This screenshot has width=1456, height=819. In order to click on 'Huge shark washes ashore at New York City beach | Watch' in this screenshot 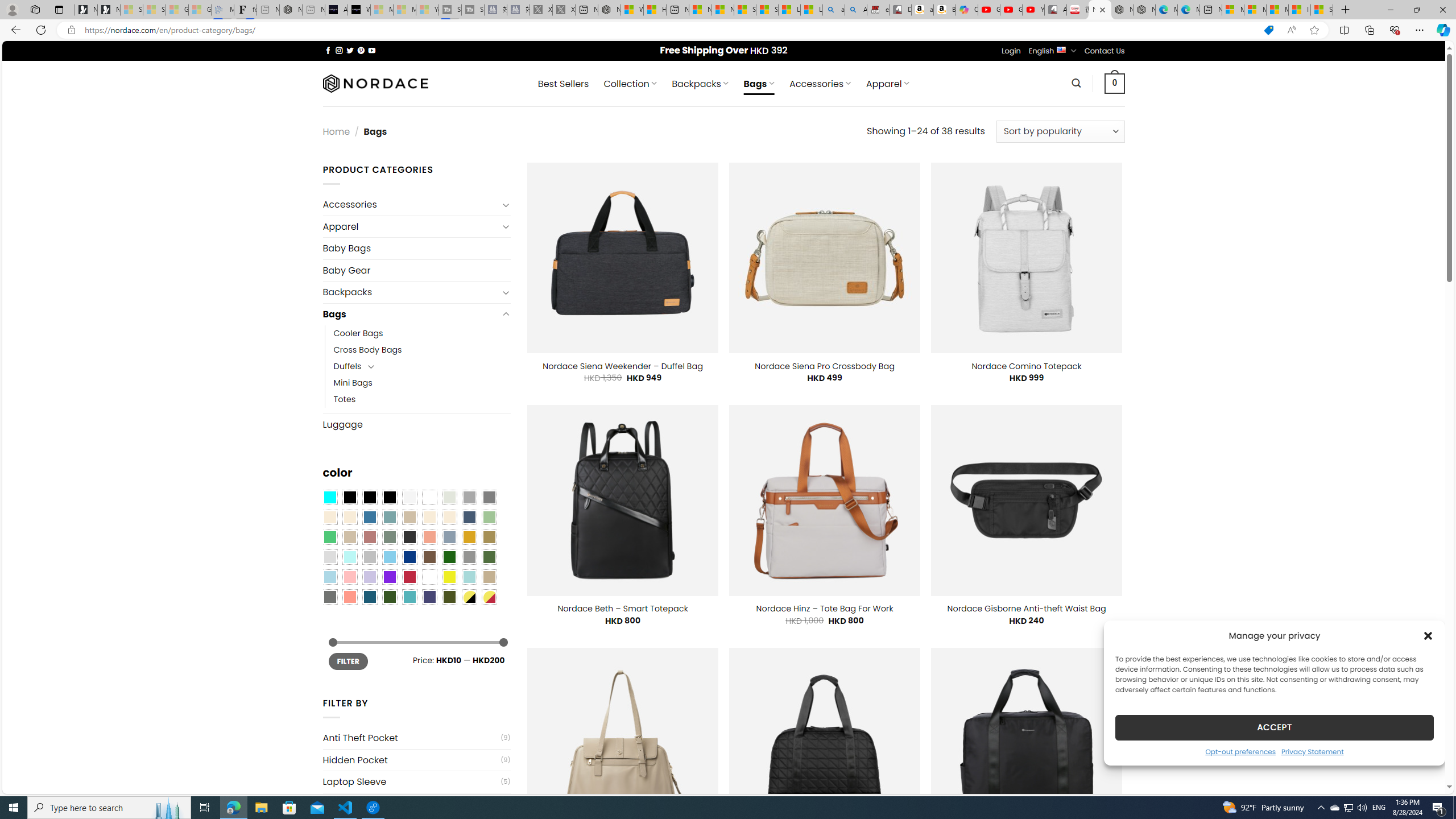, I will do `click(655, 9)`.